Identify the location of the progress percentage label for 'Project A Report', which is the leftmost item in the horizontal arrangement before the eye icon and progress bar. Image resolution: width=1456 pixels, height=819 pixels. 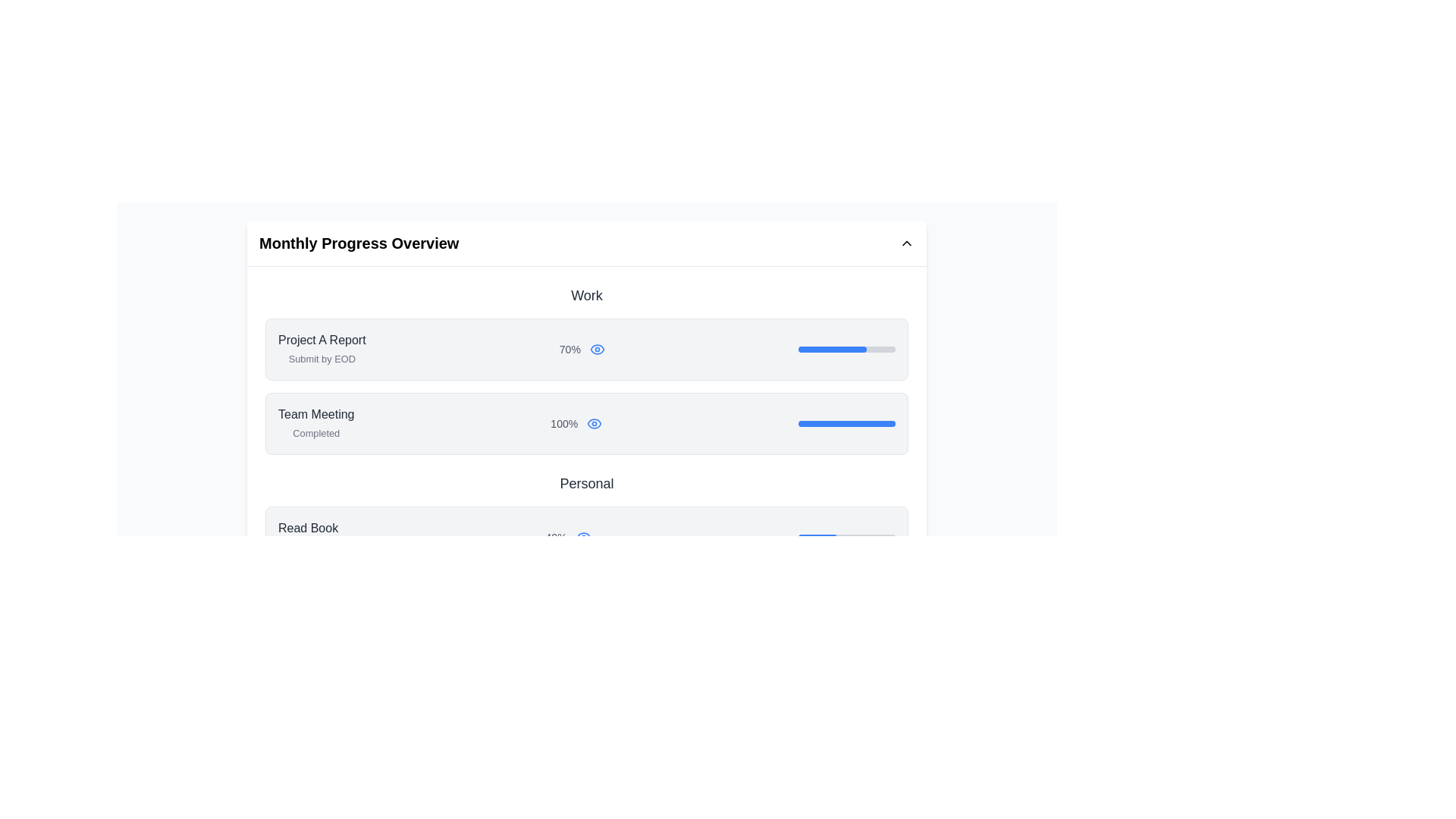
(569, 350).